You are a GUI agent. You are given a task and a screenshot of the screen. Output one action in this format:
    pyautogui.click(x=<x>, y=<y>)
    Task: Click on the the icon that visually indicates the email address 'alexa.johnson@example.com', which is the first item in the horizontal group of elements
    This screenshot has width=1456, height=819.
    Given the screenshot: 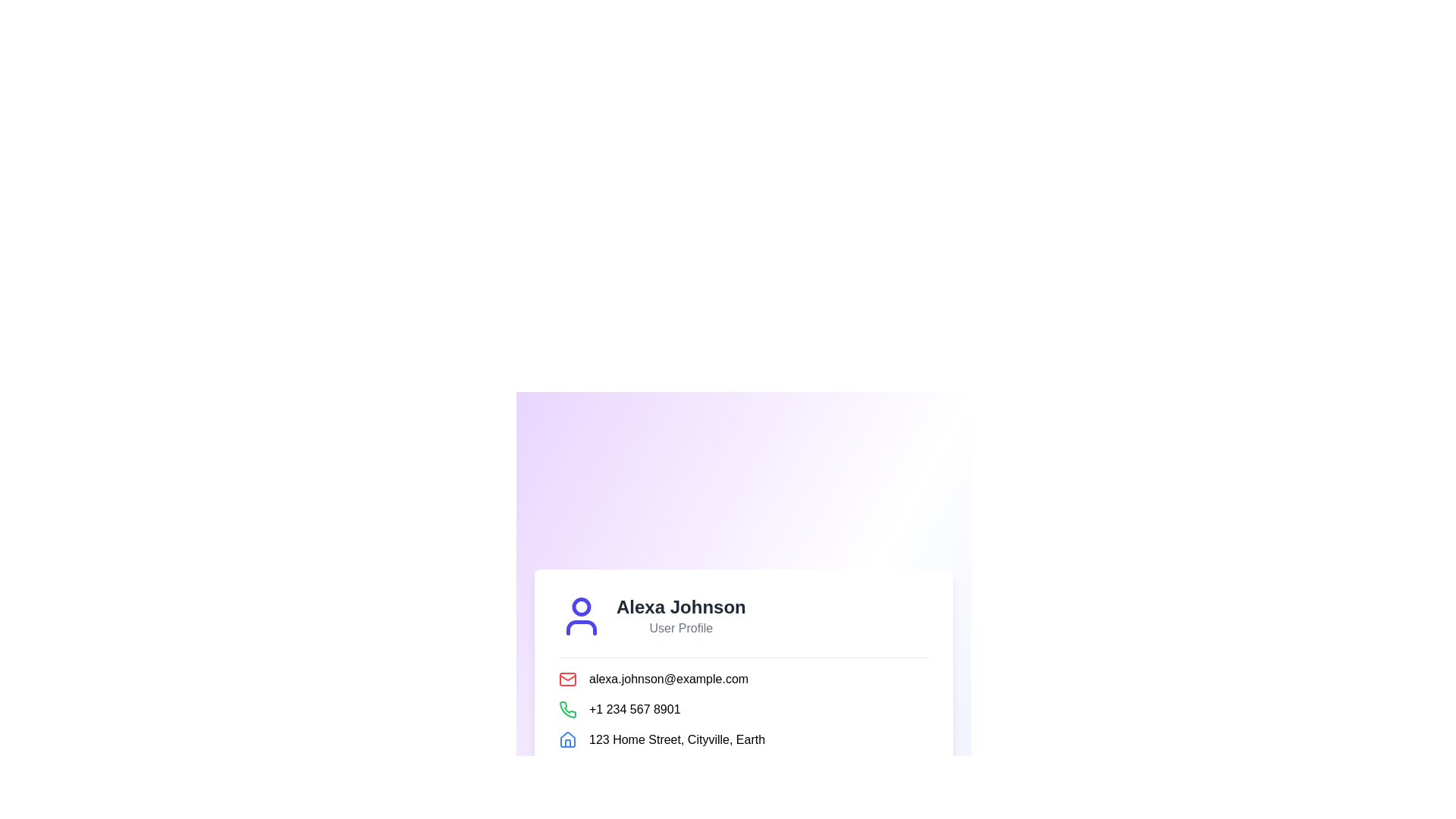 What is the action you would take?
    pyautogui.click(x=566, y=678)
    